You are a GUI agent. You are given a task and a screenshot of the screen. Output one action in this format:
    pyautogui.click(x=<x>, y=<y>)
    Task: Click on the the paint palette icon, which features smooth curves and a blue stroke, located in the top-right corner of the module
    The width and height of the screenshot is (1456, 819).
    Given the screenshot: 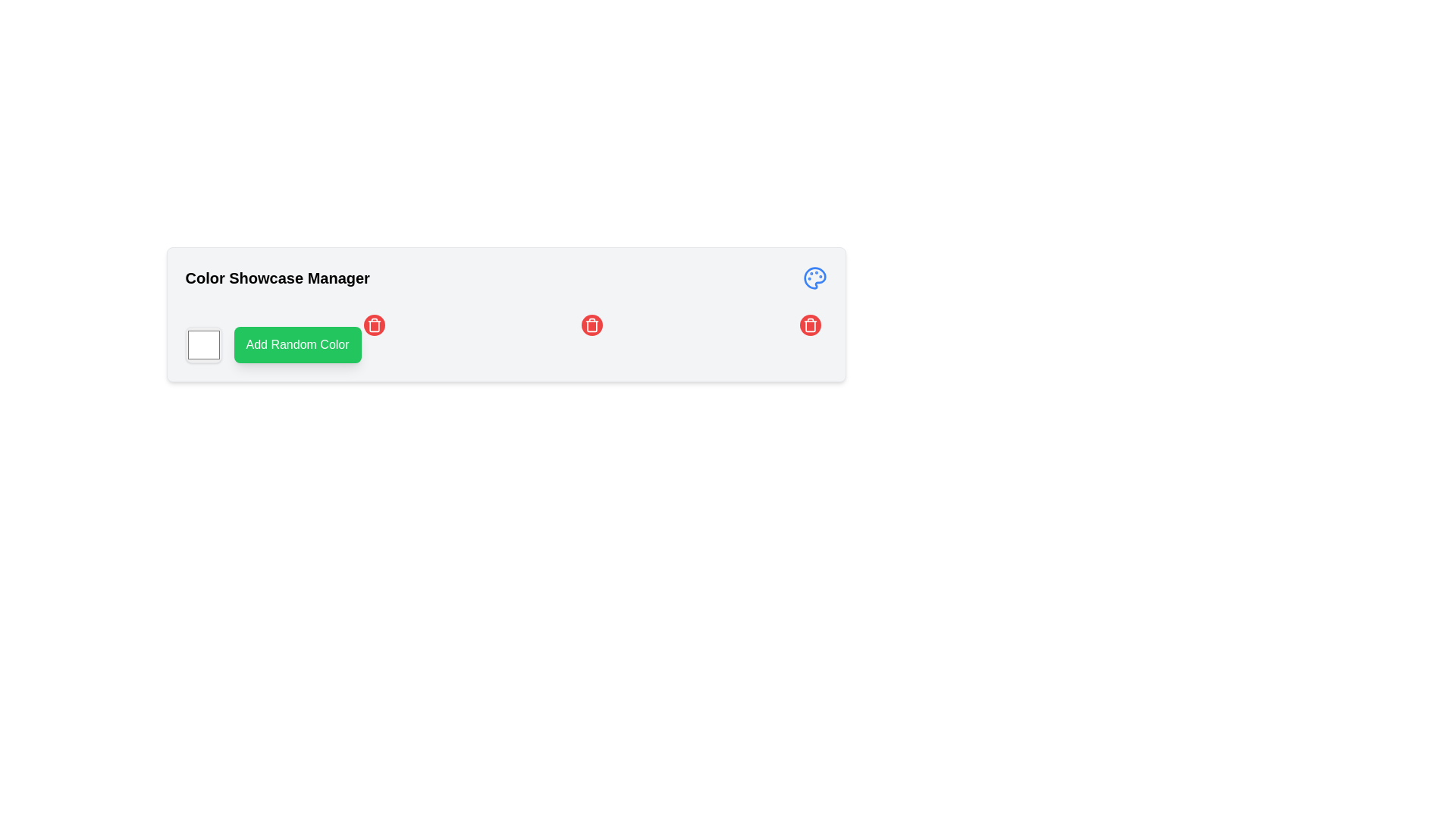 What is the action you would take?
    pyautogui.click(x=814, y=278)
    